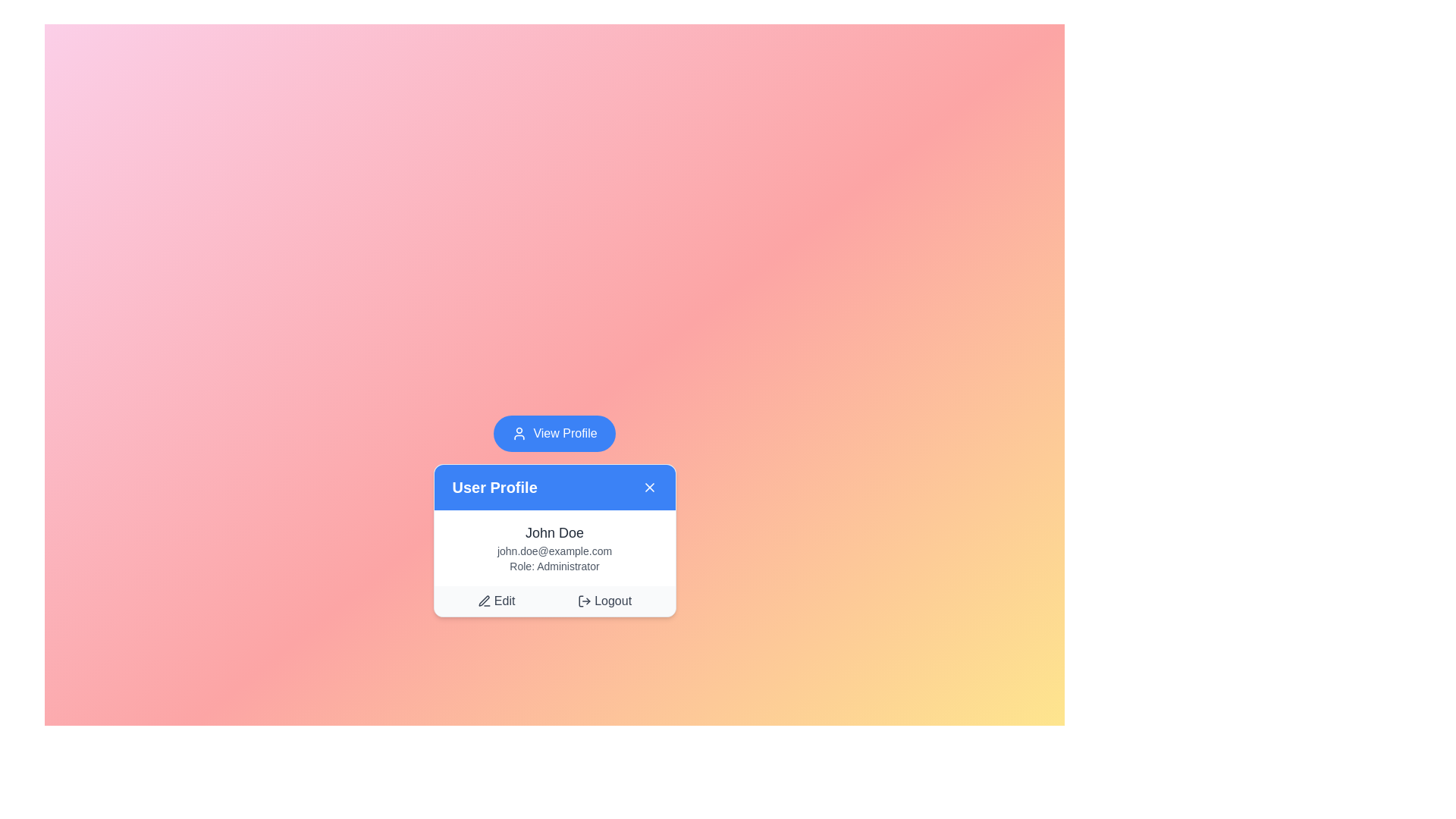  I want to click on the 'Close' button located in the top-right corner of the blue header section of the 'User Profile' card, so click(649, 488).